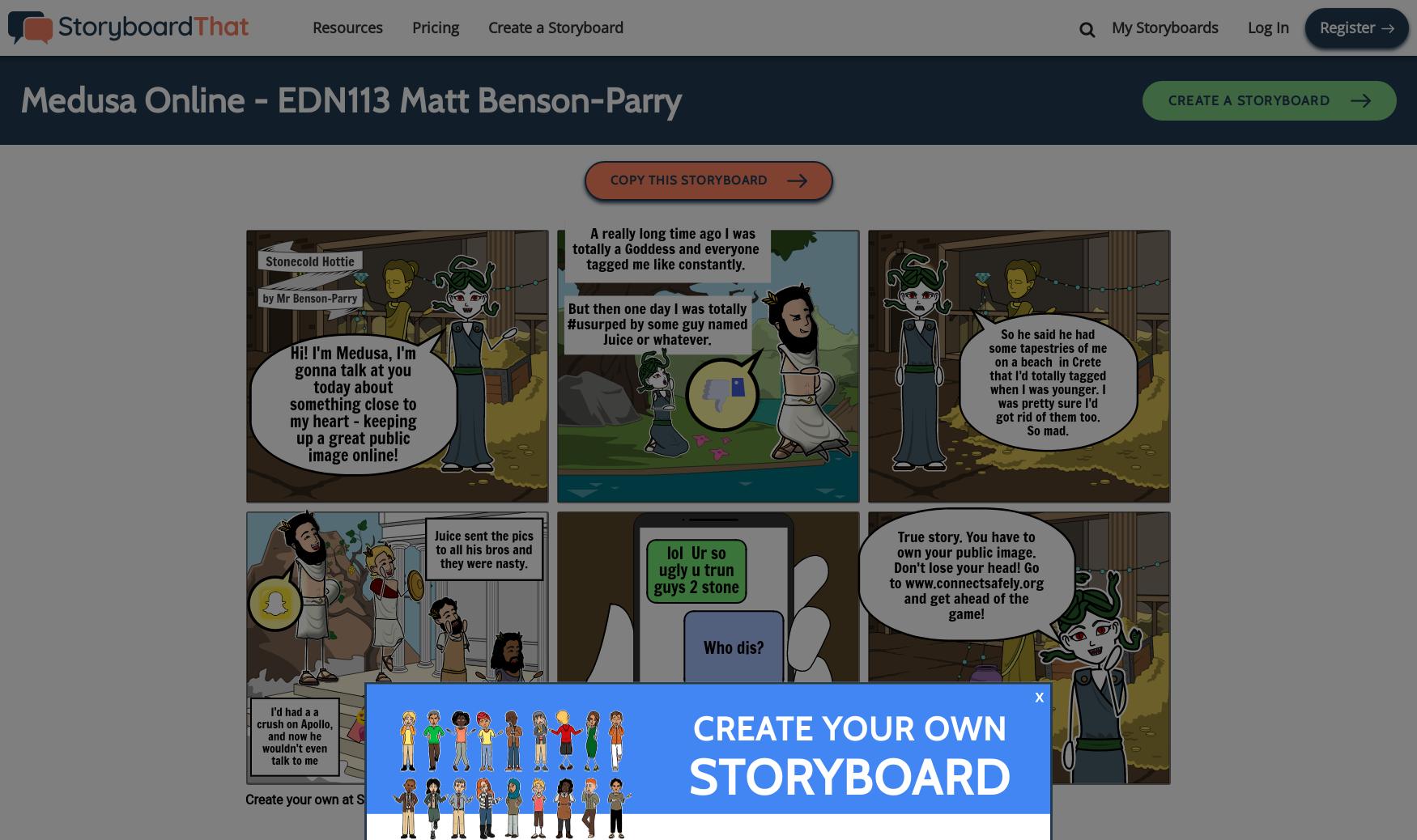 The height and width of the screenshot is (840, 1417). Describe the element at coordinates (849, 776) in the screenshot. I see `'Storyboard'` at that location.